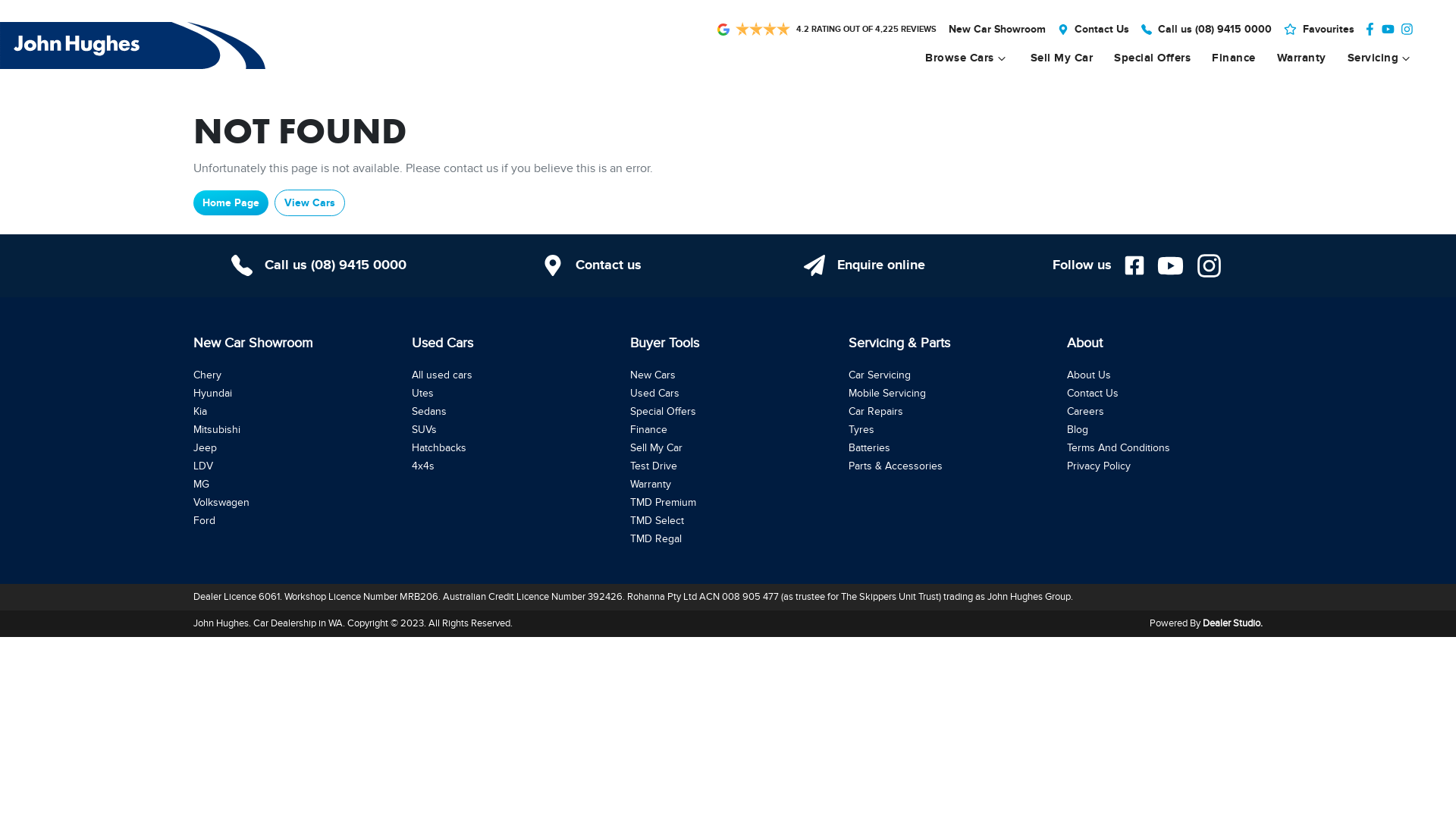 The width and height of the screenshot is (1456, 819). Describe the element at coordinates (1276, 57) in the screenshot. I see `'Warranty'` at that location.